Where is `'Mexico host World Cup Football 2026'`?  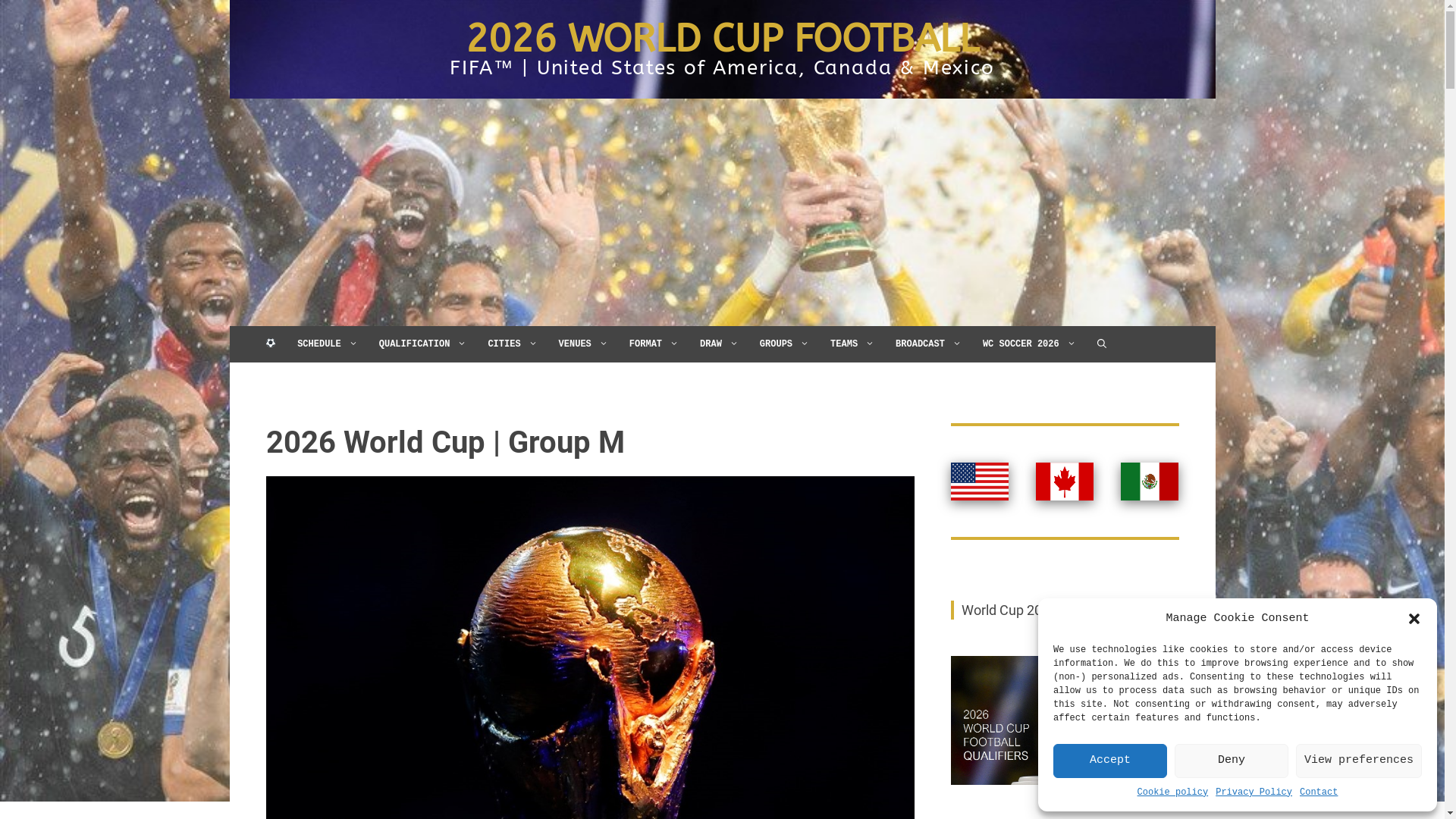 'Mexico host World Cup Football 2026' is located at coordinates (1121, 482).